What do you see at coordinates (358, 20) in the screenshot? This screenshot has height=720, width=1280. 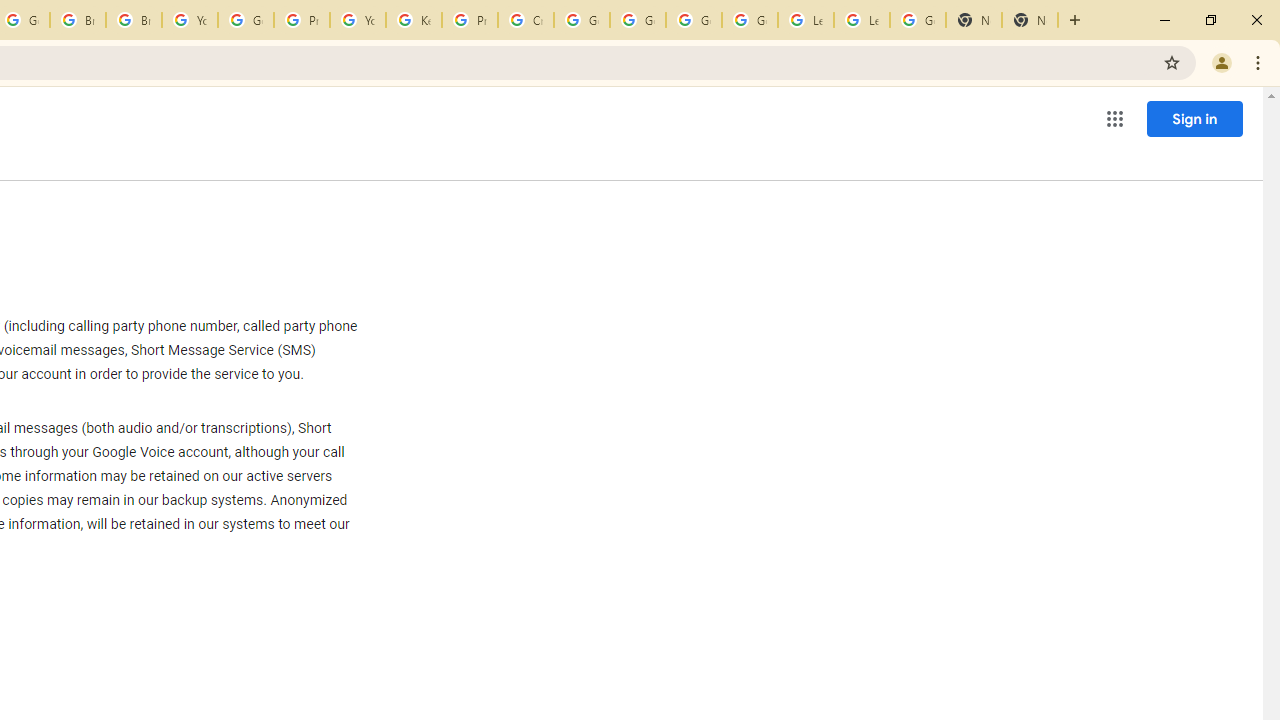 I see `'YouTube'` at bounding box center [358, 20].